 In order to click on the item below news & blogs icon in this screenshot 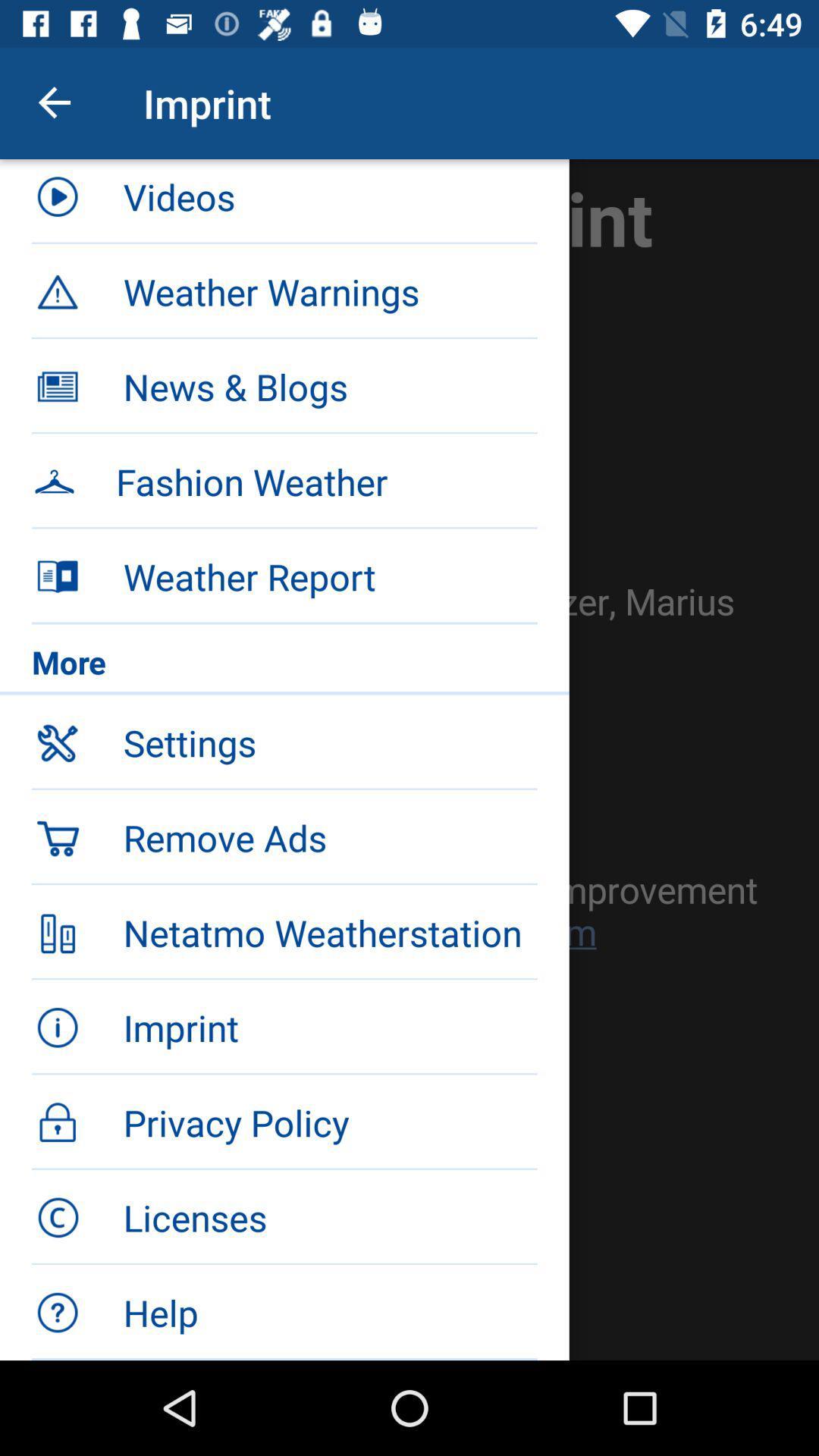, I will do `click(284, 479)`.